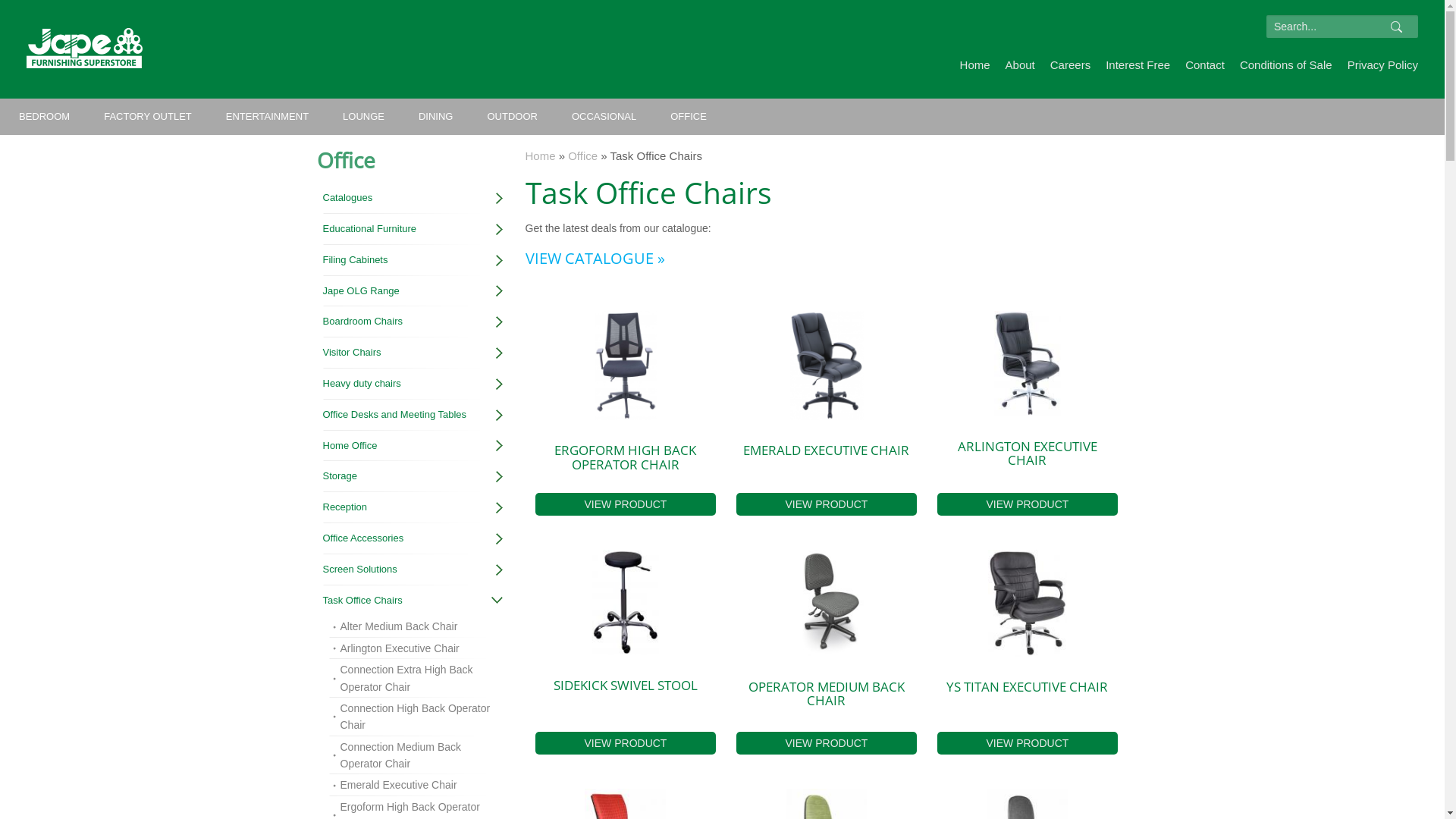  I want to click on 'Boardroom Chairs', so click(413, 321).